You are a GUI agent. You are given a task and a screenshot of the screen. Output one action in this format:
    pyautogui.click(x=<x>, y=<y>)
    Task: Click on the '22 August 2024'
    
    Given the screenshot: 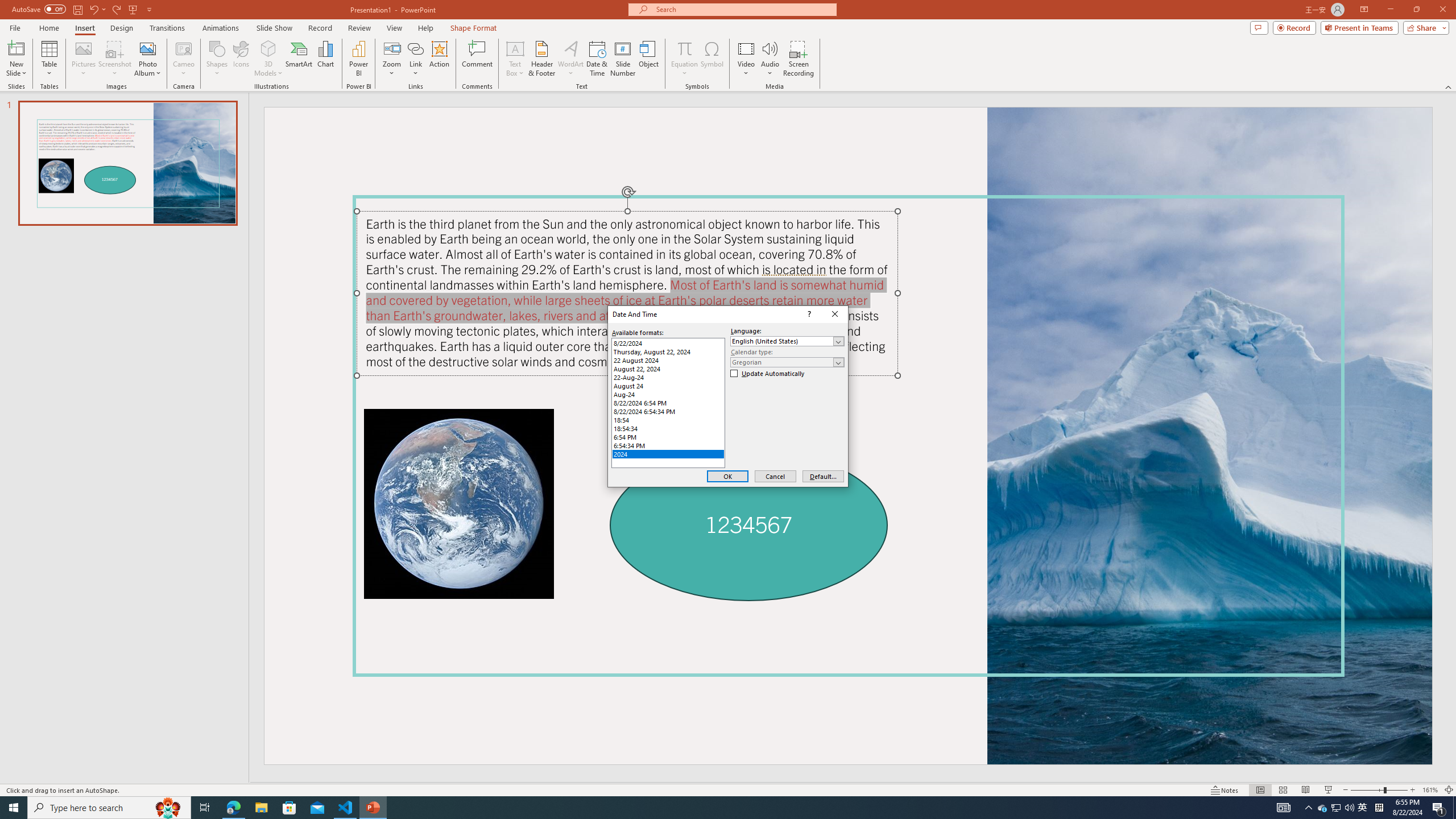 What is the action you would take?
    pyautogui.click(x=668, y=359)
    